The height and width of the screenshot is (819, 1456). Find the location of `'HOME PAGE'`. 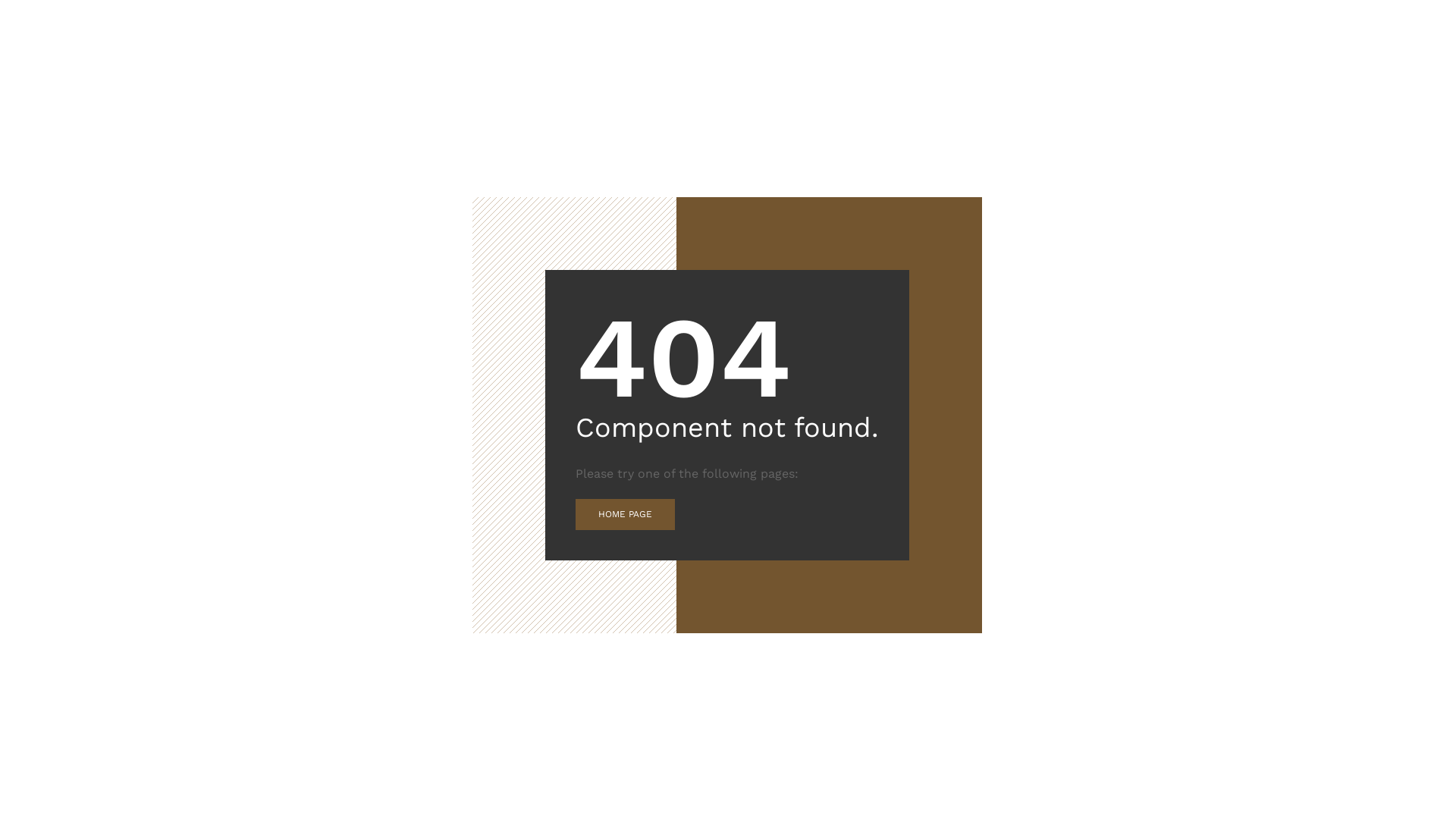

'HOME PAGE' is located at coordinates (625, 513).